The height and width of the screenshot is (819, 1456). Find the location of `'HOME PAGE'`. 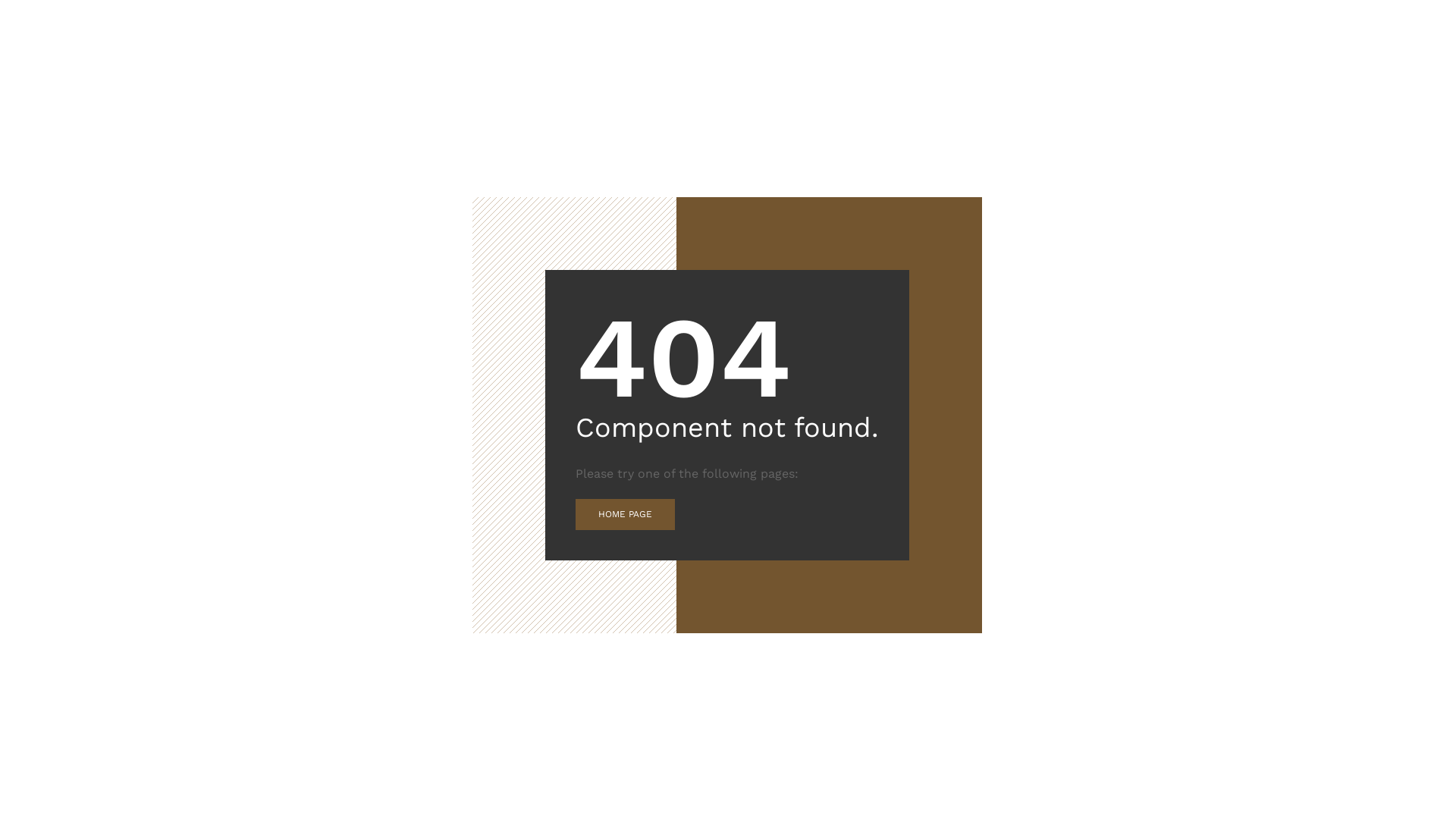

'HOME PAGE' is located at coordinates (625, 513).